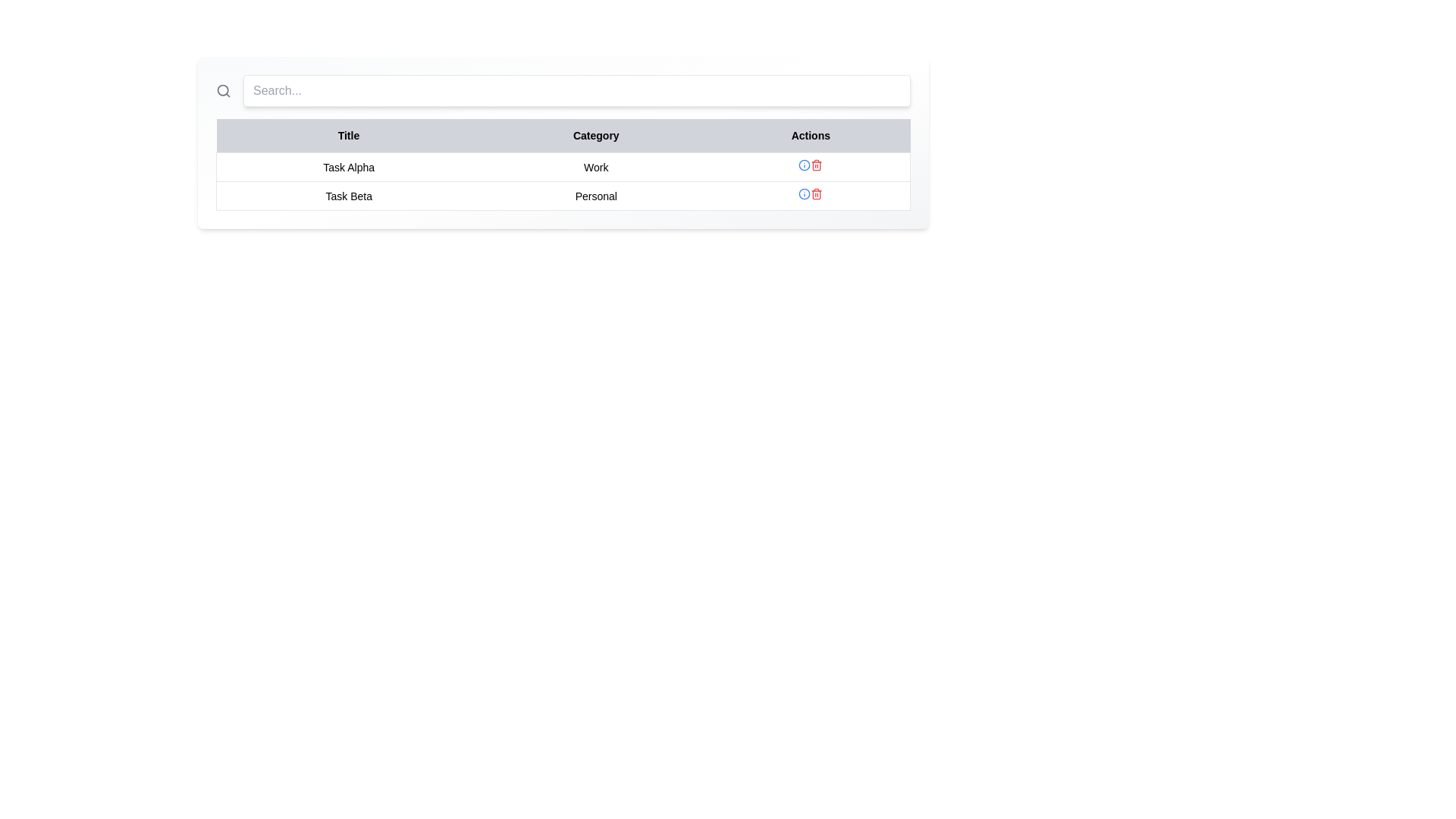  I want to click on the trash bin icon button in the 'Actions' column of the second row, so click(816, 193).